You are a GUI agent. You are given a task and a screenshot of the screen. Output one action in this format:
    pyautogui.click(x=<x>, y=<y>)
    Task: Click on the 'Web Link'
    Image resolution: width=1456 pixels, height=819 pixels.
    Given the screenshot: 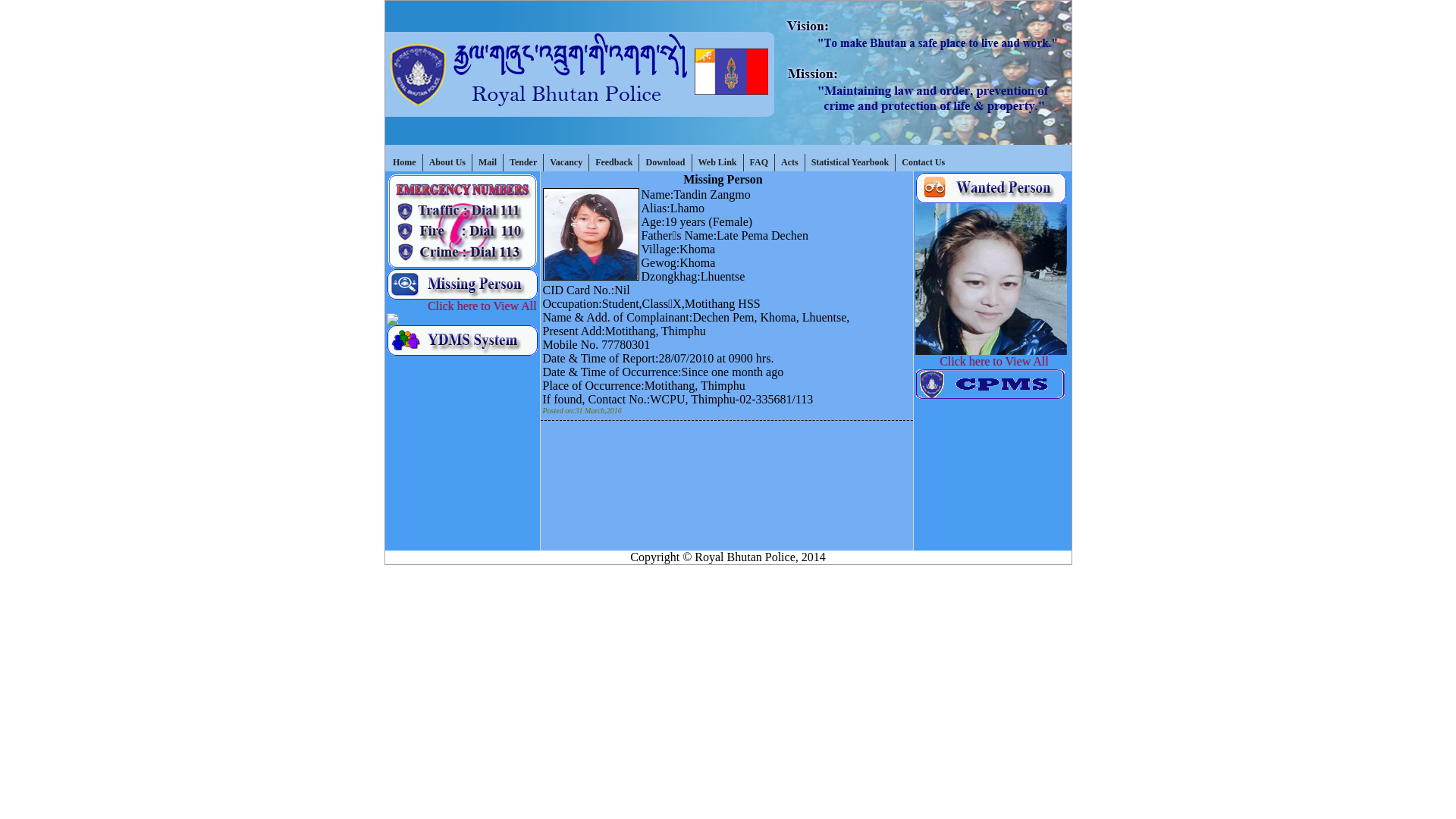 What is the action you would take?
    pyautogui.click(x=716, y=162)
    